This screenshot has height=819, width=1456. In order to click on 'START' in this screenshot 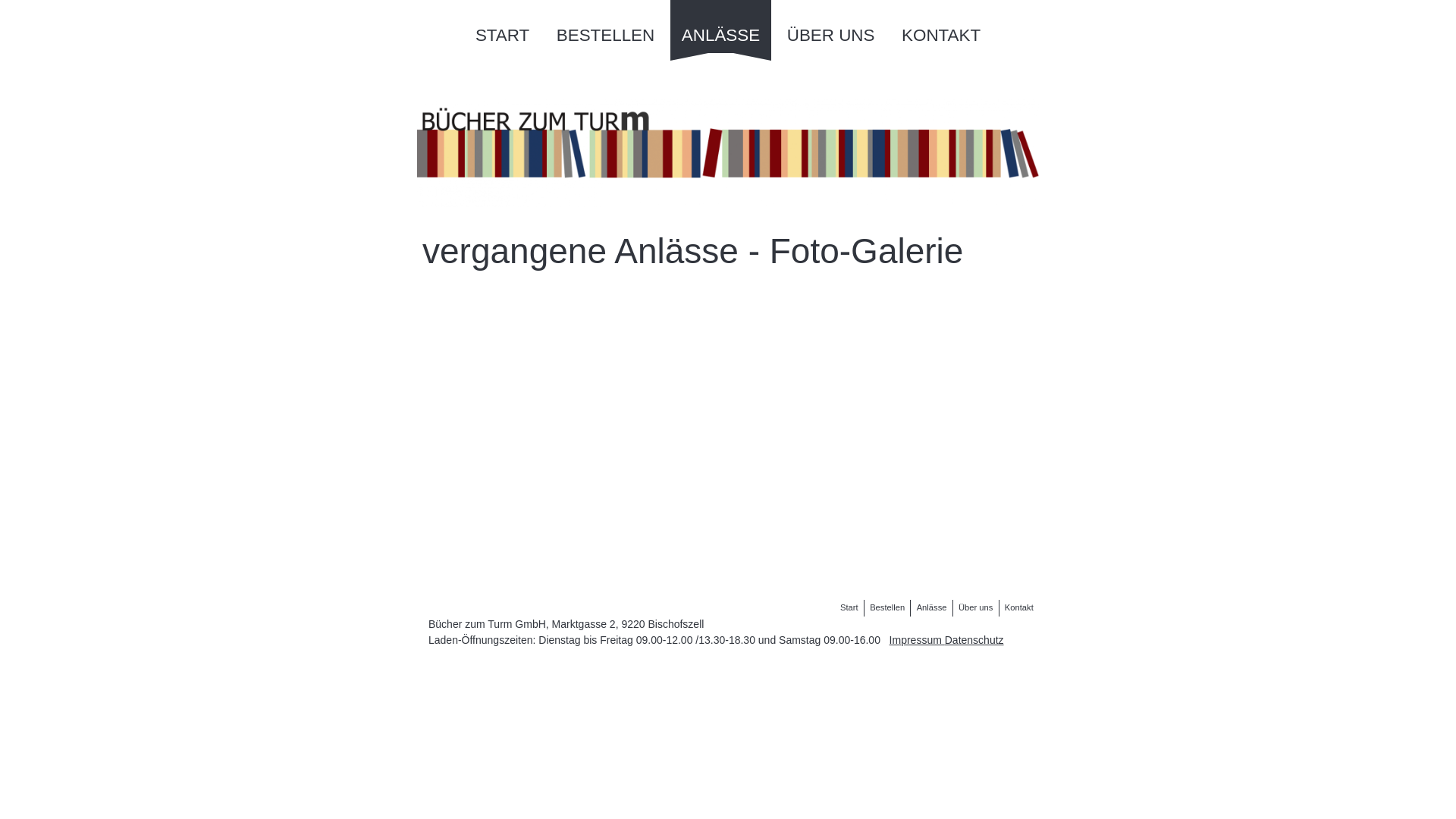, I will do `click(502, 26)`.